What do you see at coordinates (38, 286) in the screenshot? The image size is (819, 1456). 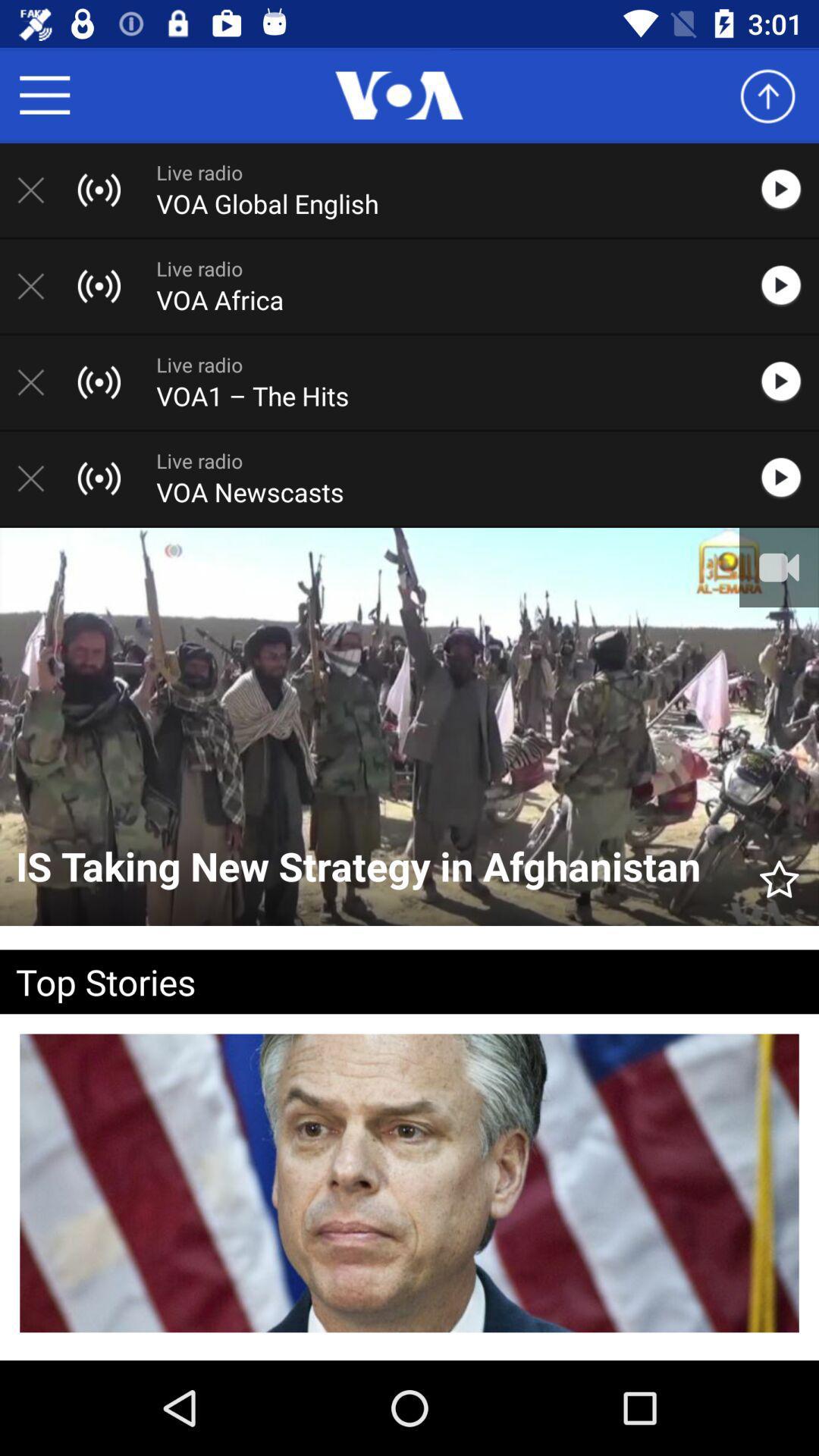 I see `the close icon` at bounding box center [38, 286].